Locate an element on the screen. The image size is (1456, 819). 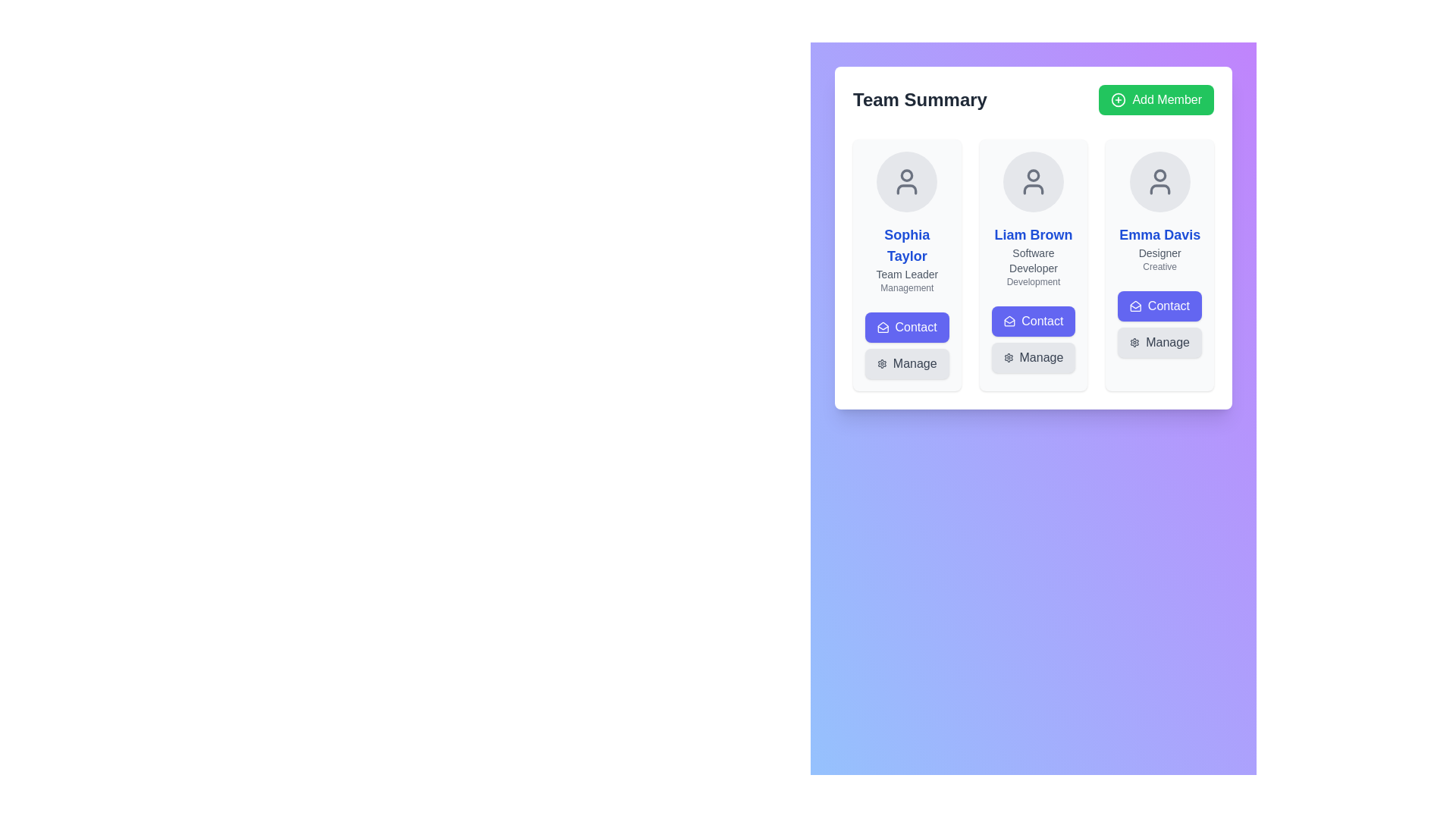
the 'Manage' button, which is a rectangular button with rounded corners, light gray background, and a gear icon next to the text 'Manage', located below the 'Contact' button in Liam Brown's card is located at coordinates (1033, 357).